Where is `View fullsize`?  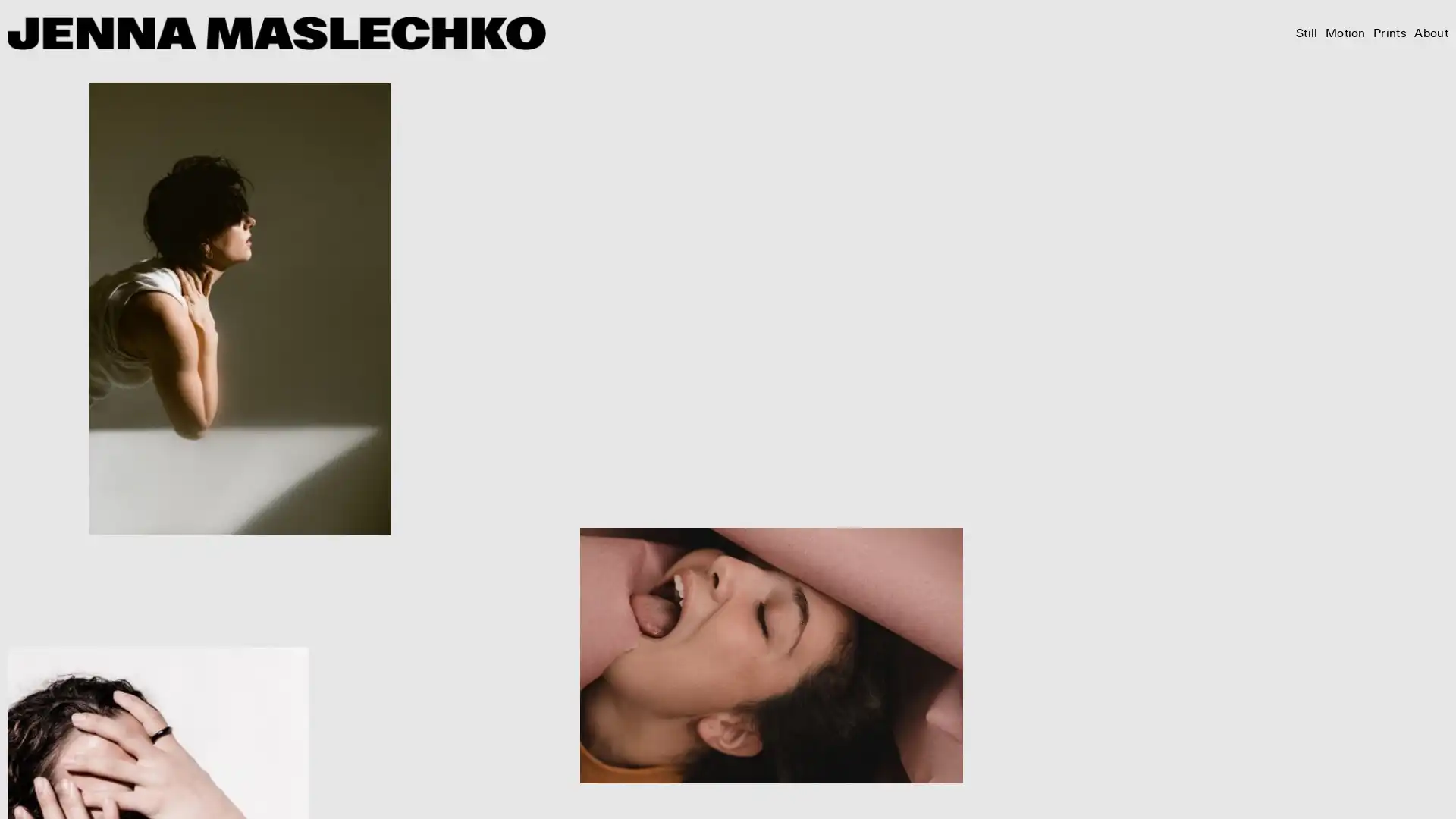
View fullsize is located at coordinates (239, 307).